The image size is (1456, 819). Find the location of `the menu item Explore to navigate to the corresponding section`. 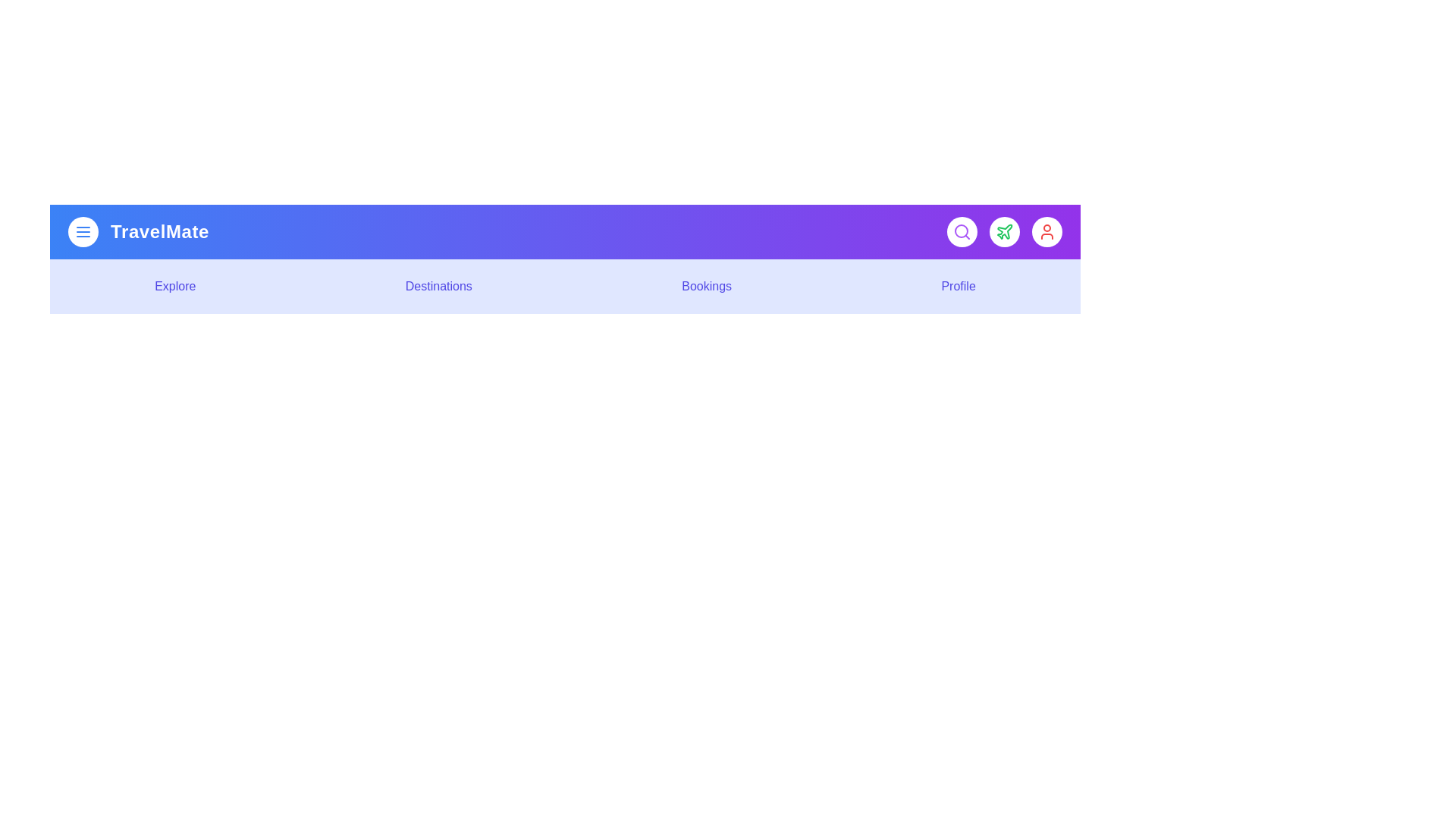

the menu item Explore to navigate to the corresponding section is located at coordinates (174, 287).